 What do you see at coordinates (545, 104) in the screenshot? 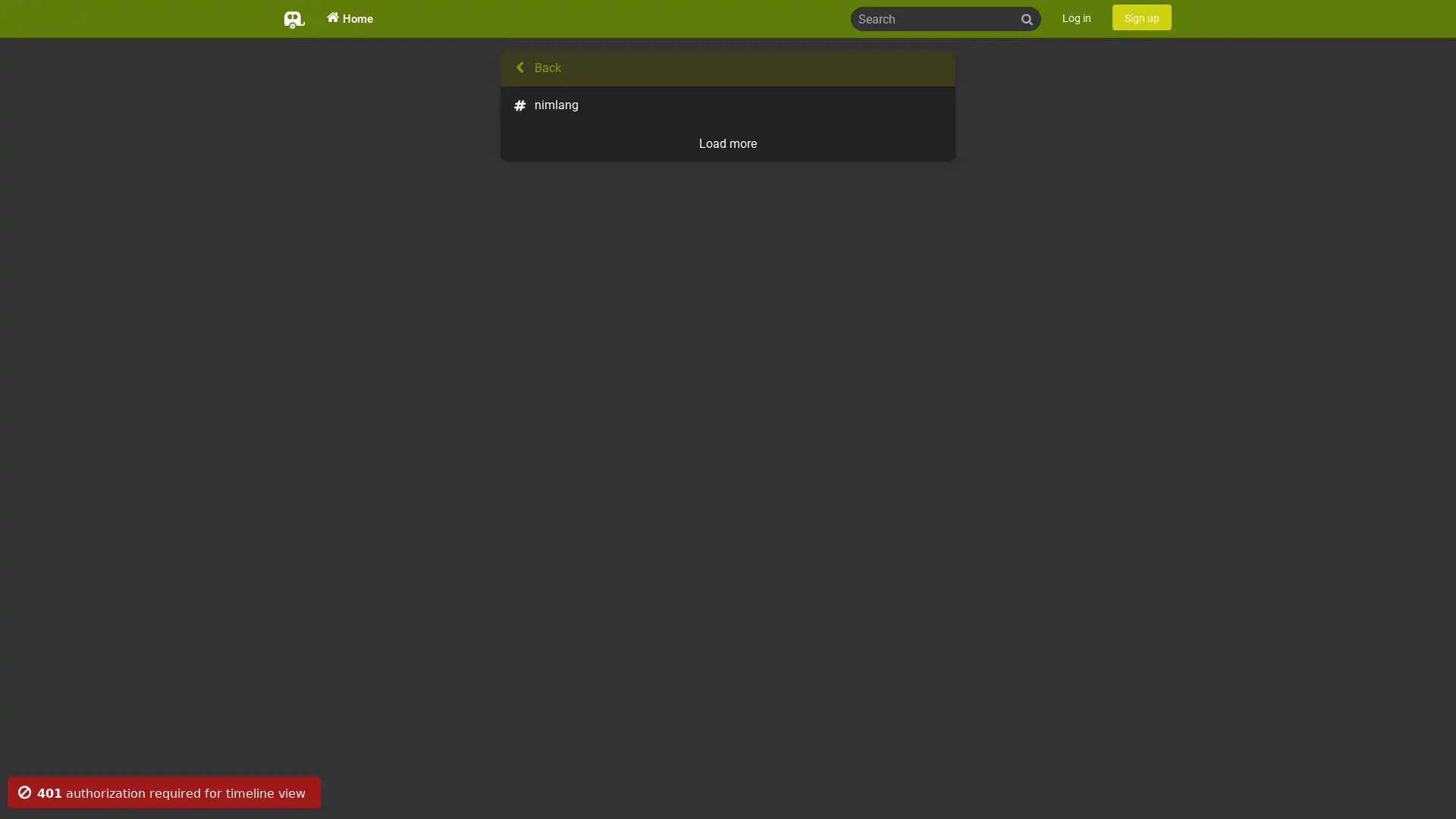
I see `nimlang` at bounding box center [545, 104].